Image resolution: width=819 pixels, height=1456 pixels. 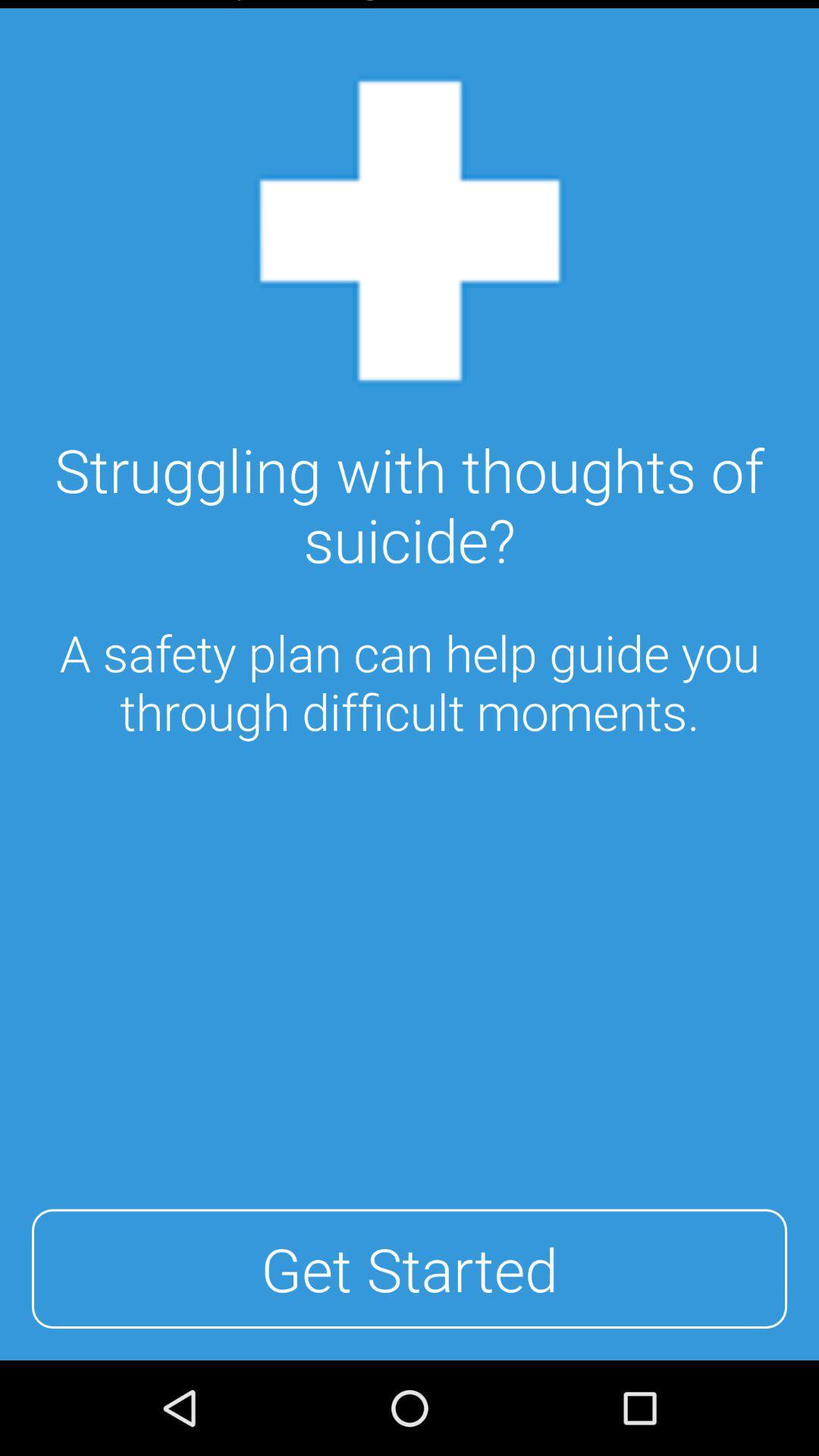 I want to click on item below the a safety plan icon, so click(x=409, y=1269).